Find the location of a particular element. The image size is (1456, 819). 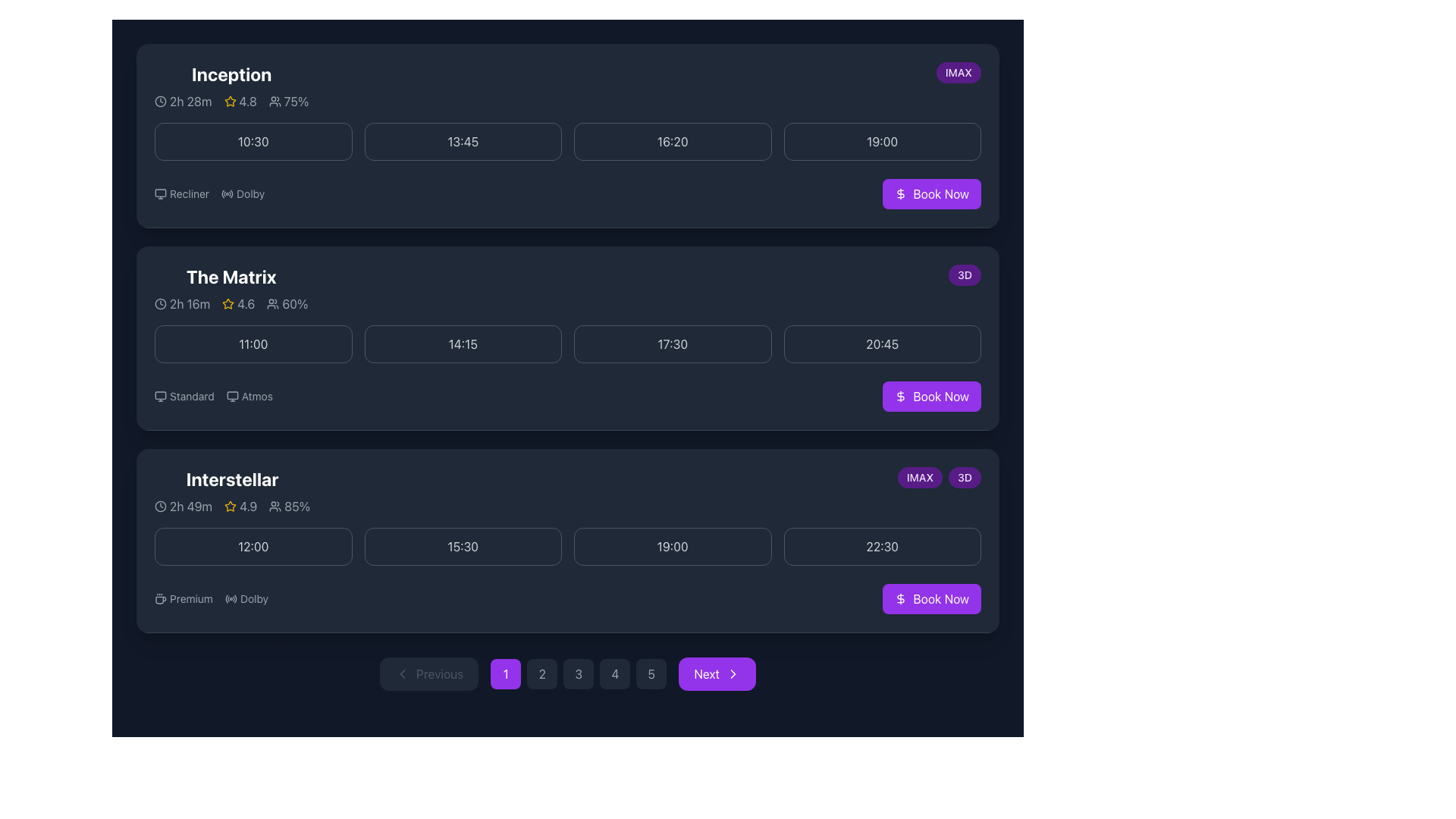

text label displaying the time duration '2h 49m' next to the clock icon for the movie 'Interstellar' in the bottom section of the interface is located at coordinates (183, 506).